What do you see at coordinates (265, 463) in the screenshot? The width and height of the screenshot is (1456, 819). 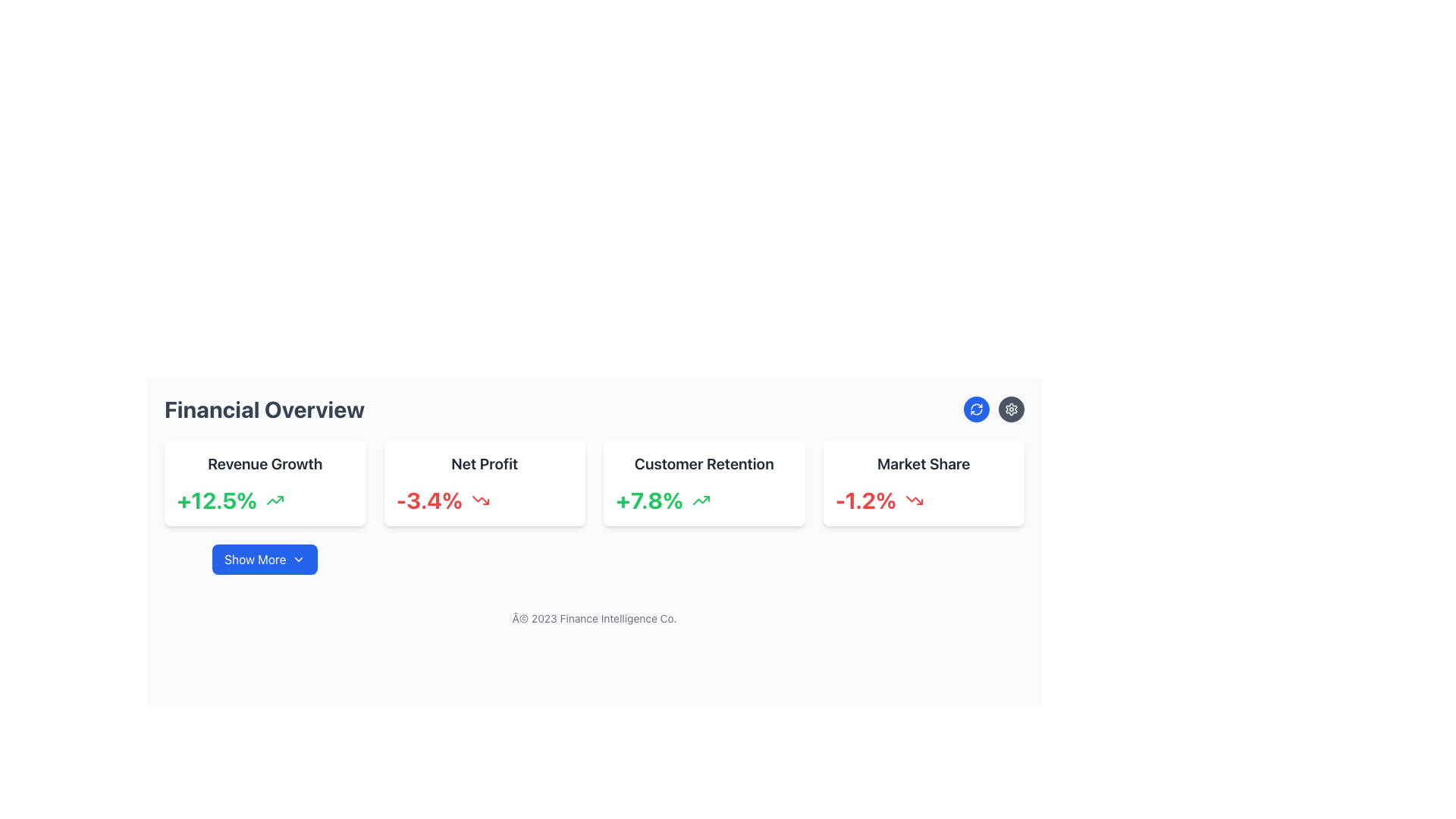 I see `the 'Revenue Growth' static text label located at the top-center of the first card in the 'Financial Overview' section` at bounding box center [265, 463].